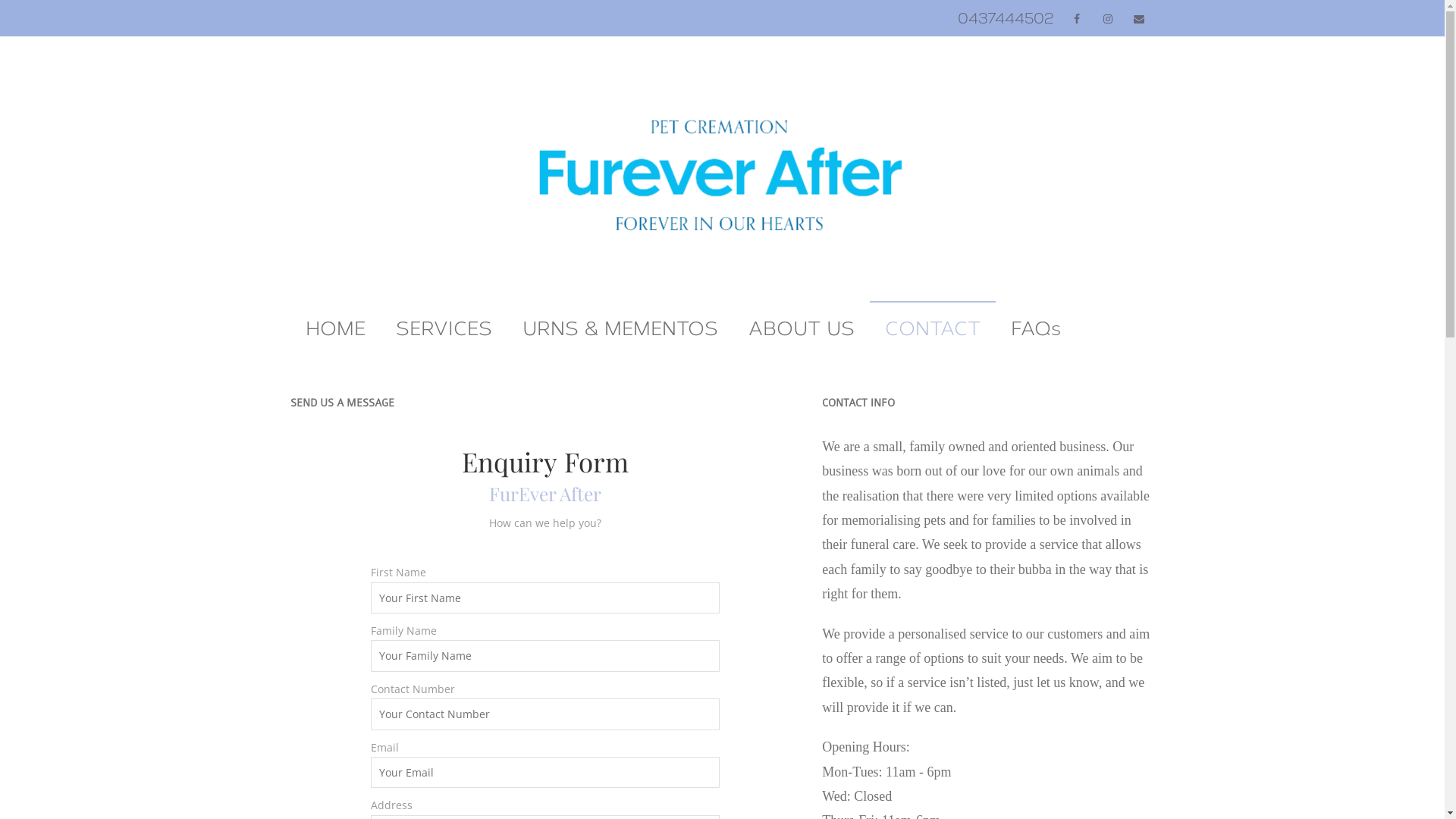  I want to click on 'CONTACT', so click(930, 328).